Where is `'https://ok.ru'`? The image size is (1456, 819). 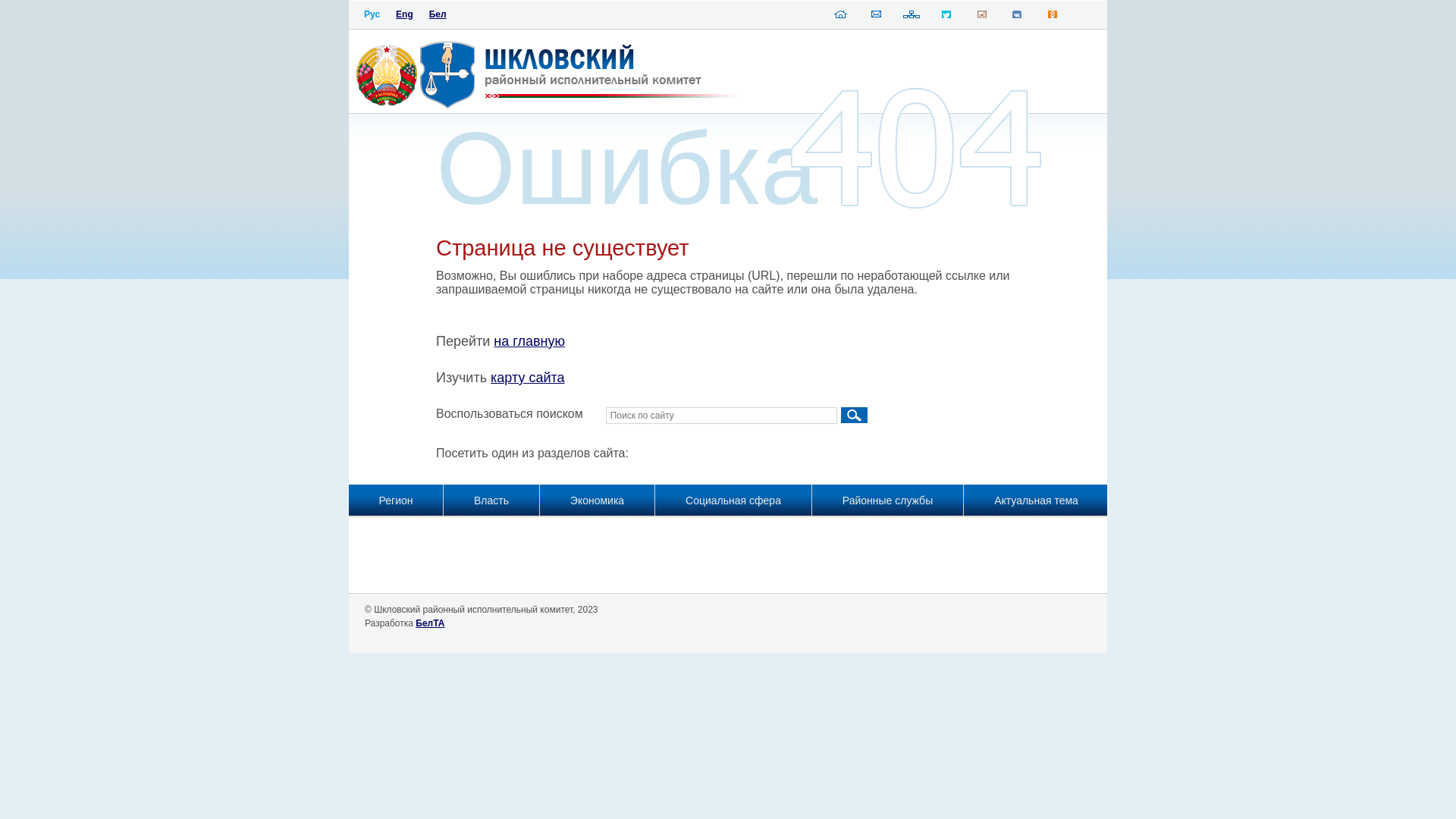 'https://ok.ru' is located at coordinates (1051, 17).